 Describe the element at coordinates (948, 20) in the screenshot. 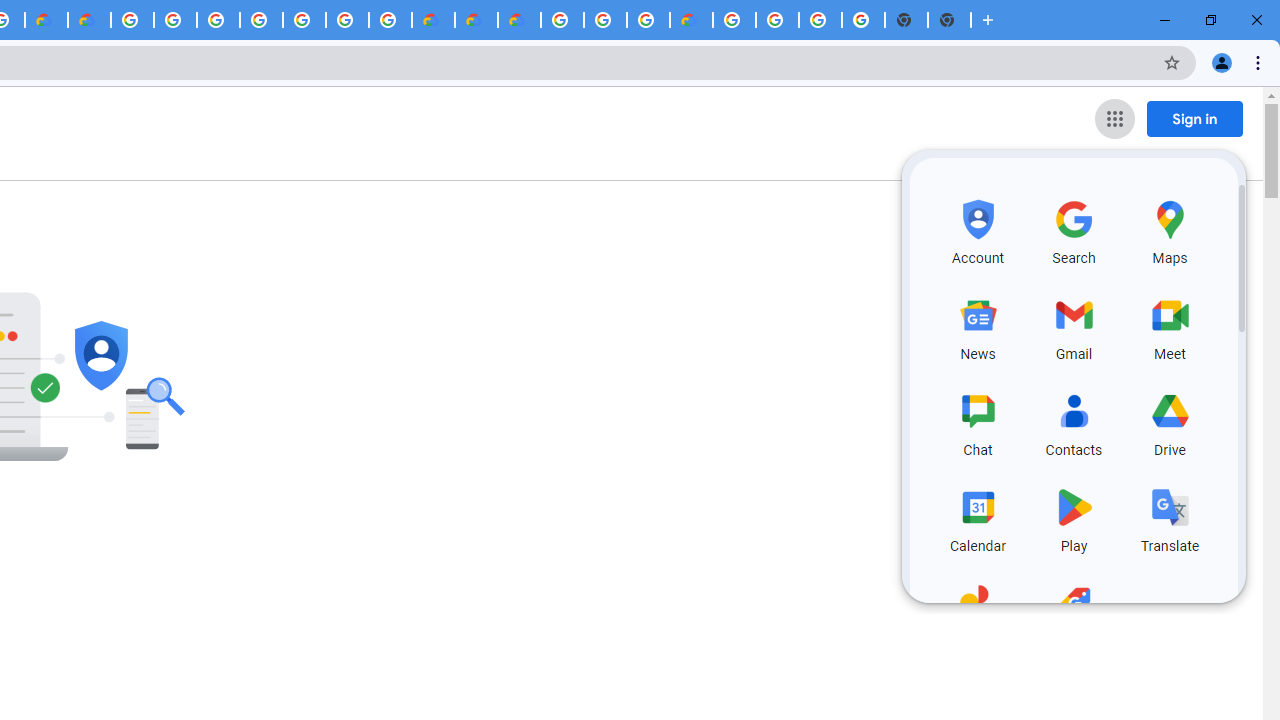

I see `'New Tab'` at that location.